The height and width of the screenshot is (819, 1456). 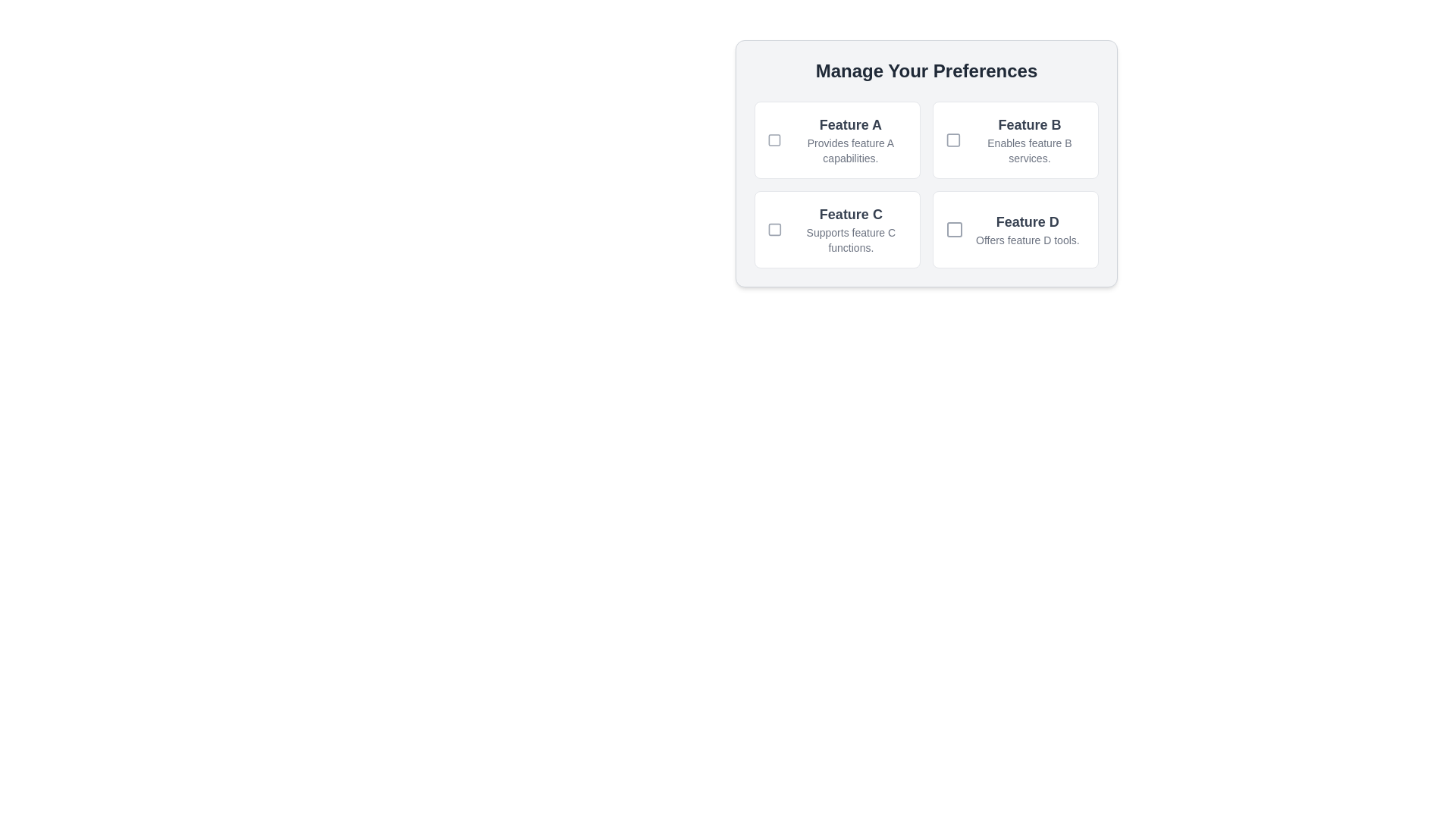 What do you see at coordinates (836, 230) in the screenshot?
I see `the selectable card identified as 'Feature C' which includes a checkbox, located in the second row and first column of the grid layout` at bounding box center [836, 230].